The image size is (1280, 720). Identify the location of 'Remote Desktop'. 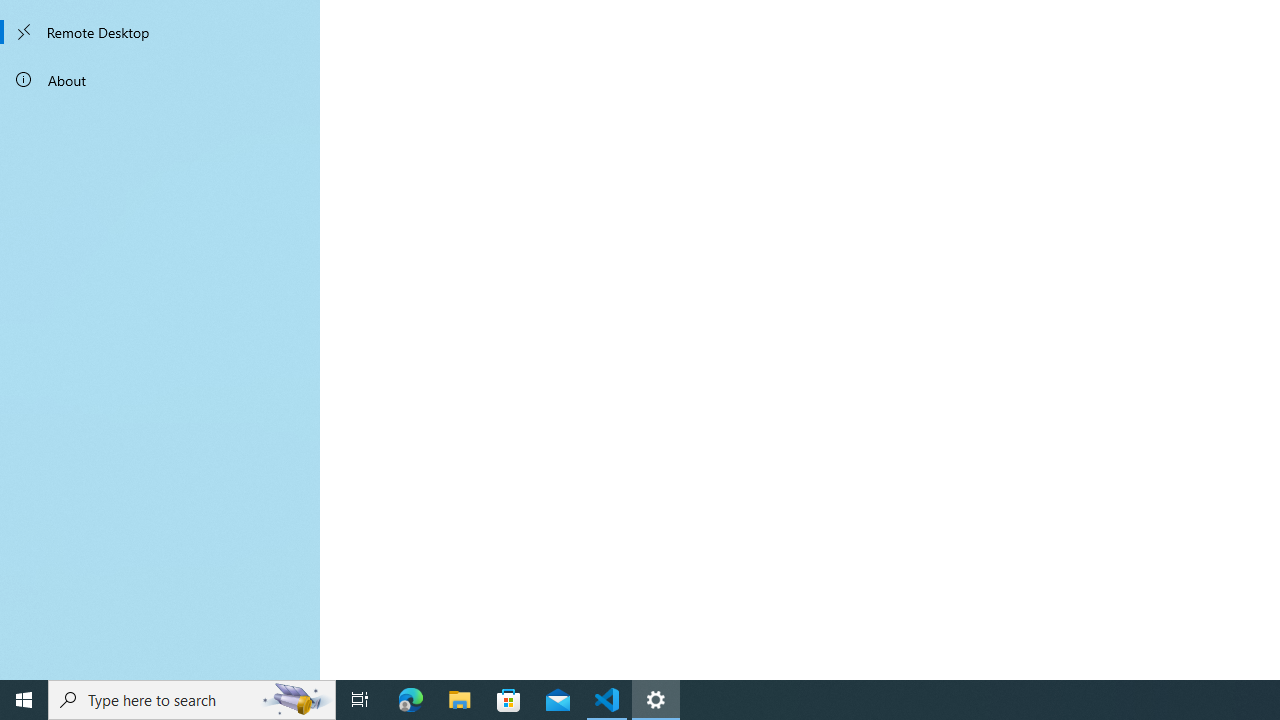
(160, 32).